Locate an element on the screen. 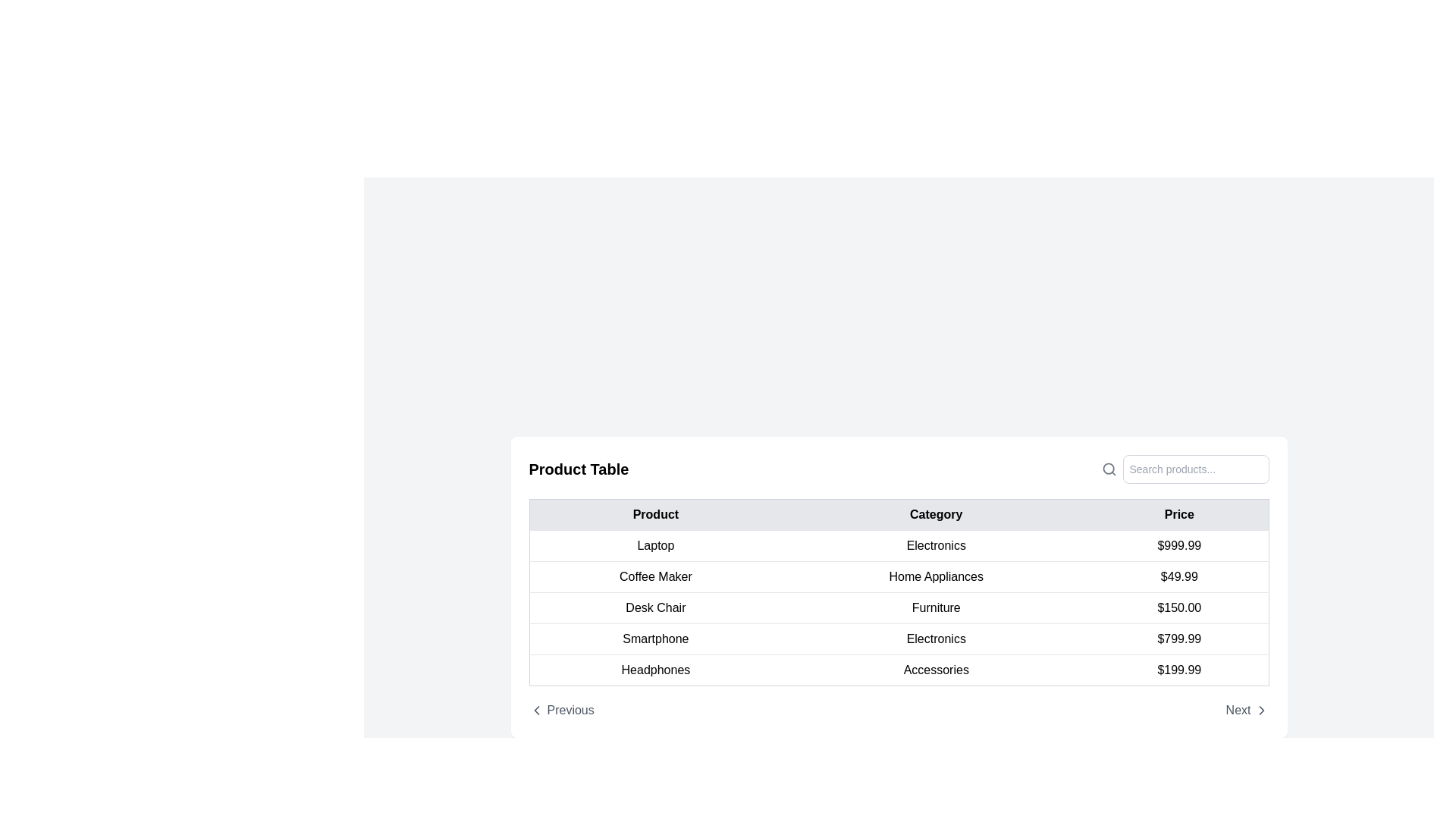 The image size is (1456, 819). the text input field with placeholder 'Search products...' located to the right of the search icon is located at coordinates (1195, 467).